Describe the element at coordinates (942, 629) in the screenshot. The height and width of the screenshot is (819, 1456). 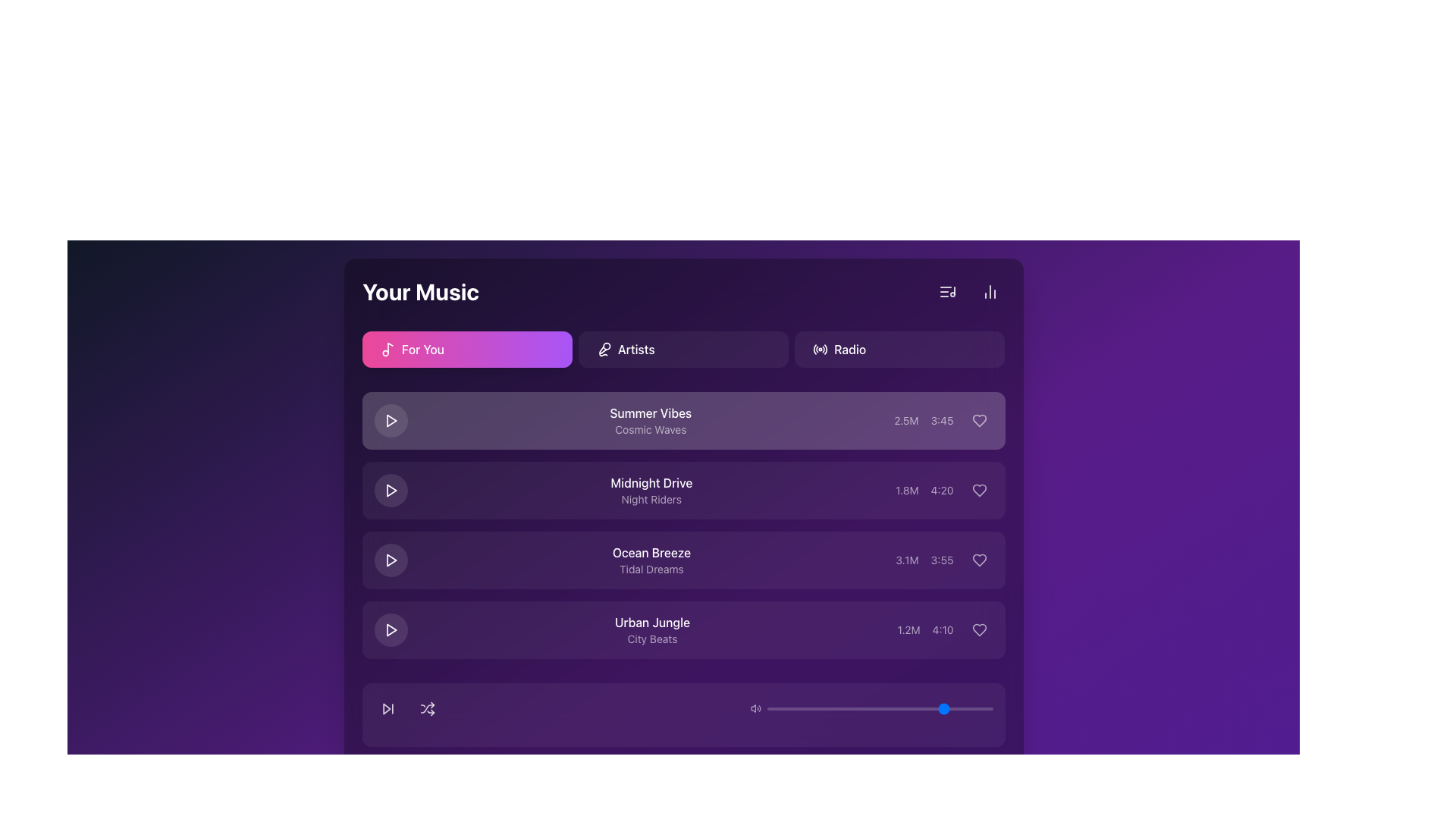
I see `the text label displaying '4:10', which is positioned between '1.2M' on the left and a heart icon on the right, formatted in a small font with light color on a dark background` at that location.